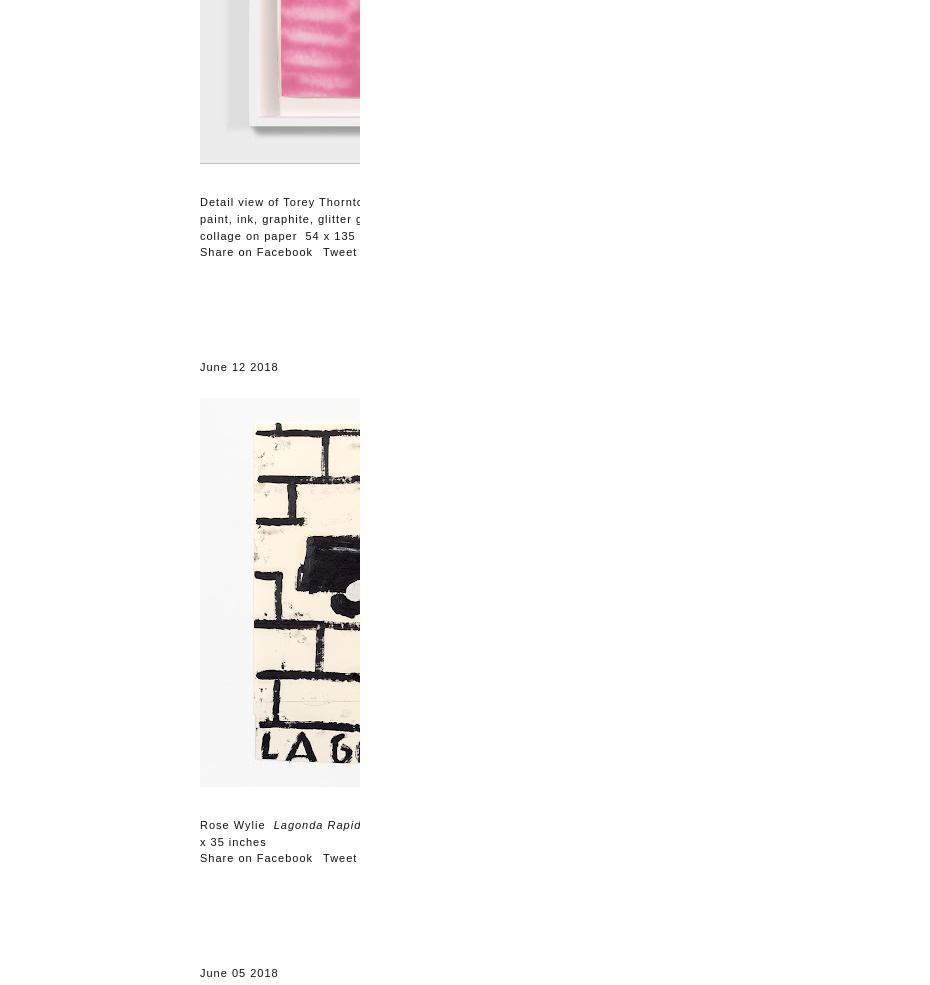  Describe the element at coordinates (236, 824) in the screenshot. I see `'Rose Wylie'` at that location.